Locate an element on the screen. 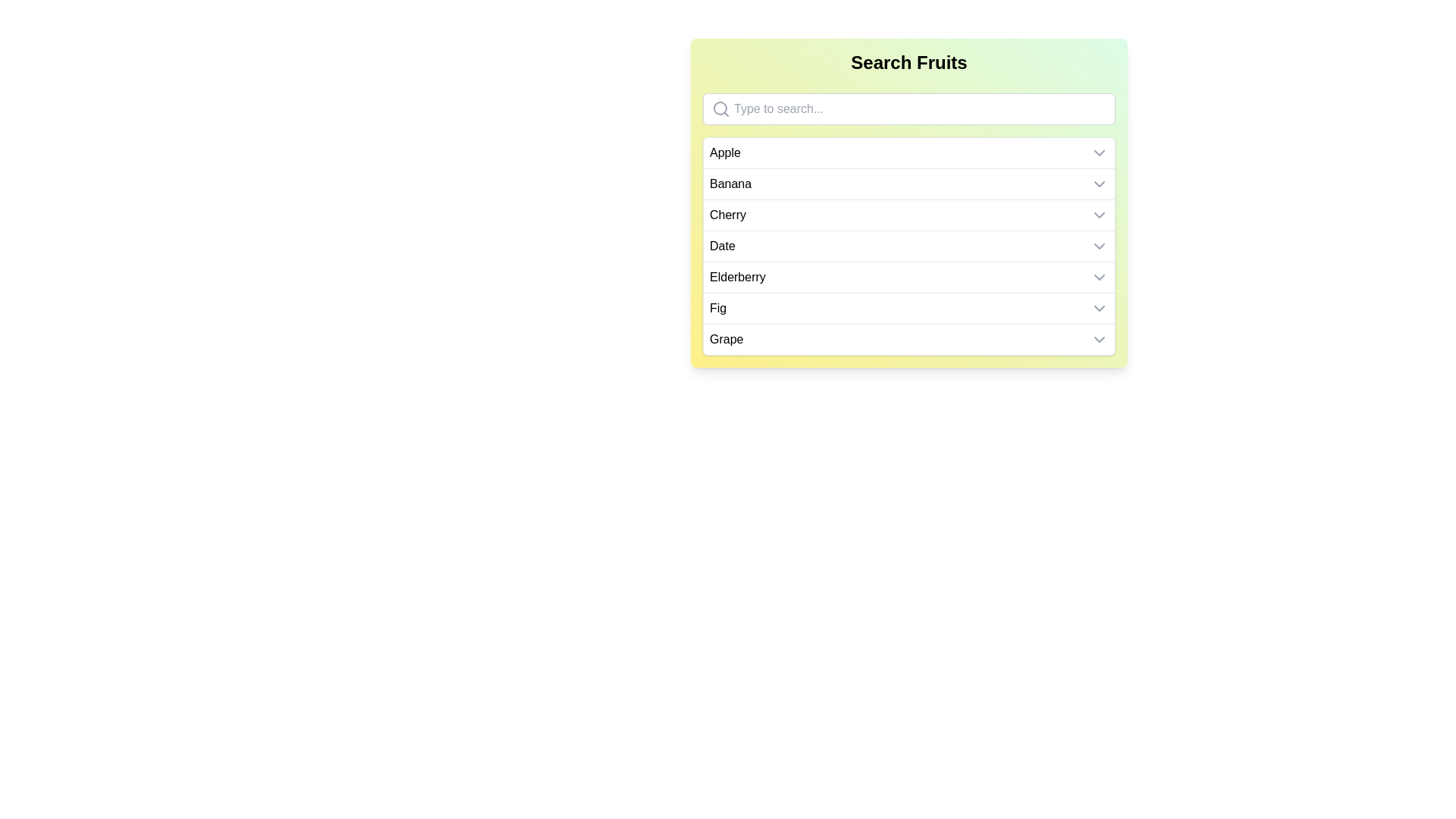 The image size is (1456, 819). the circular graphical component of the search icon located in the top-left corner of the search bar labeled 'Search Fruits' is located at coordinates (720, 107).